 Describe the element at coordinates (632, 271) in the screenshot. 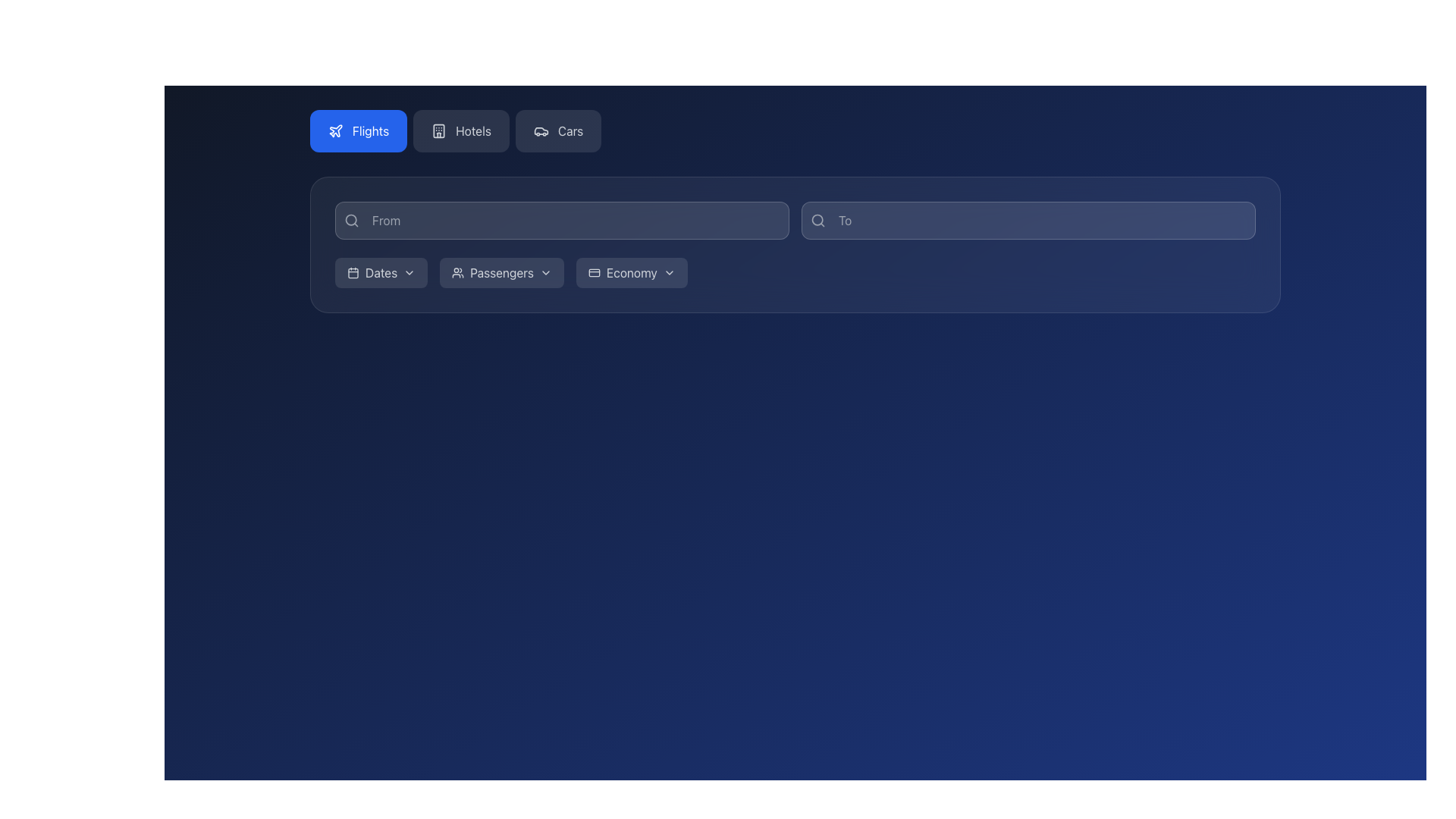

I see `the static text label reading 'Economy', which is displayed in subdued gray and is part of a horizontal list of options between an icon representing a credit card and a downward-pointing chevron icon` at that location.